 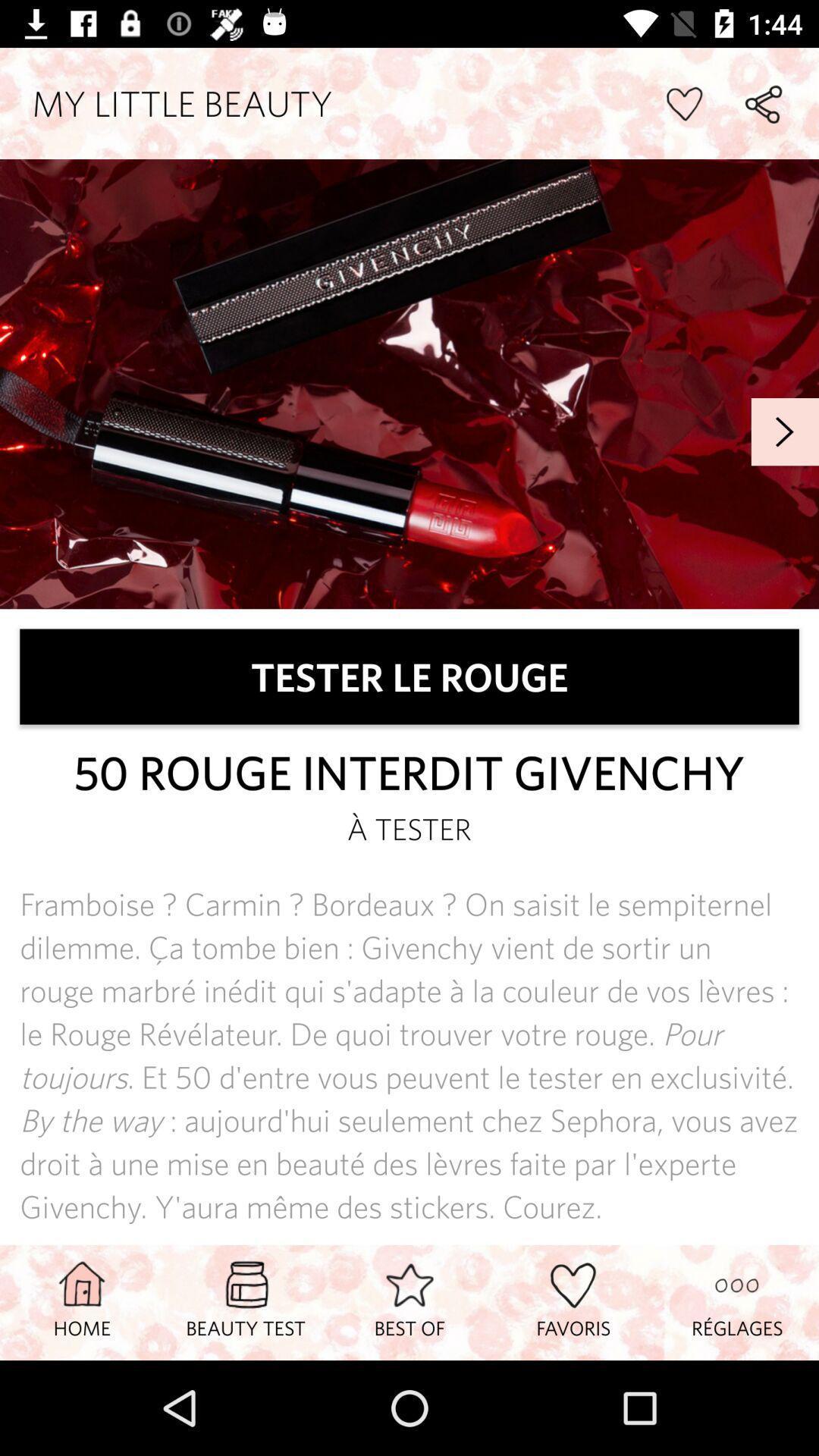 What do you see at coordinates (409, 676) in the screenshot?
I see `tester le rouge icon` at bounding box center [409, 676].